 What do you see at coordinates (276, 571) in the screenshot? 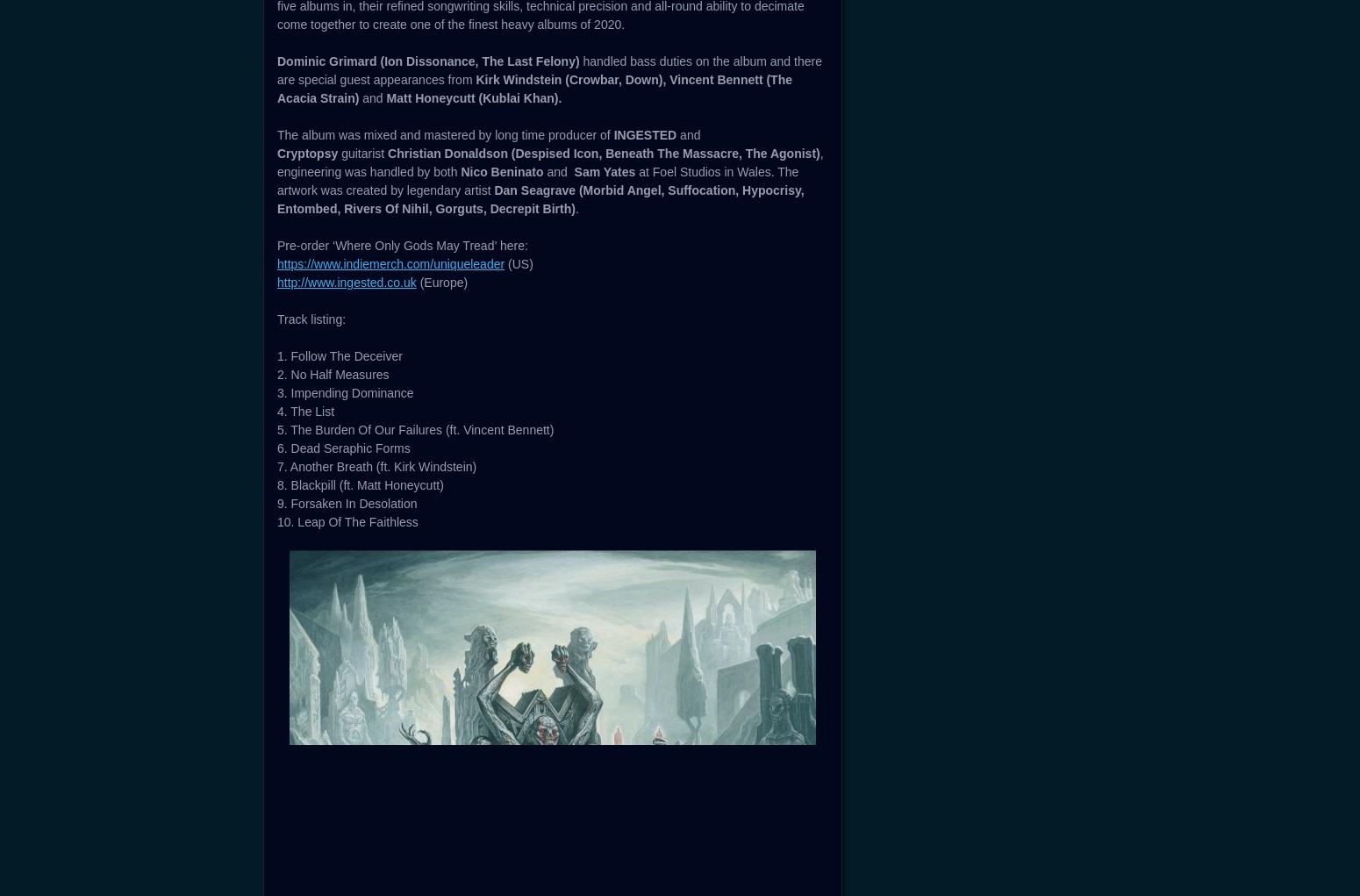
I see `'Dominic Grimard (Ion Dissonance, The Last Felony)'` at bounding box center [276, 571].